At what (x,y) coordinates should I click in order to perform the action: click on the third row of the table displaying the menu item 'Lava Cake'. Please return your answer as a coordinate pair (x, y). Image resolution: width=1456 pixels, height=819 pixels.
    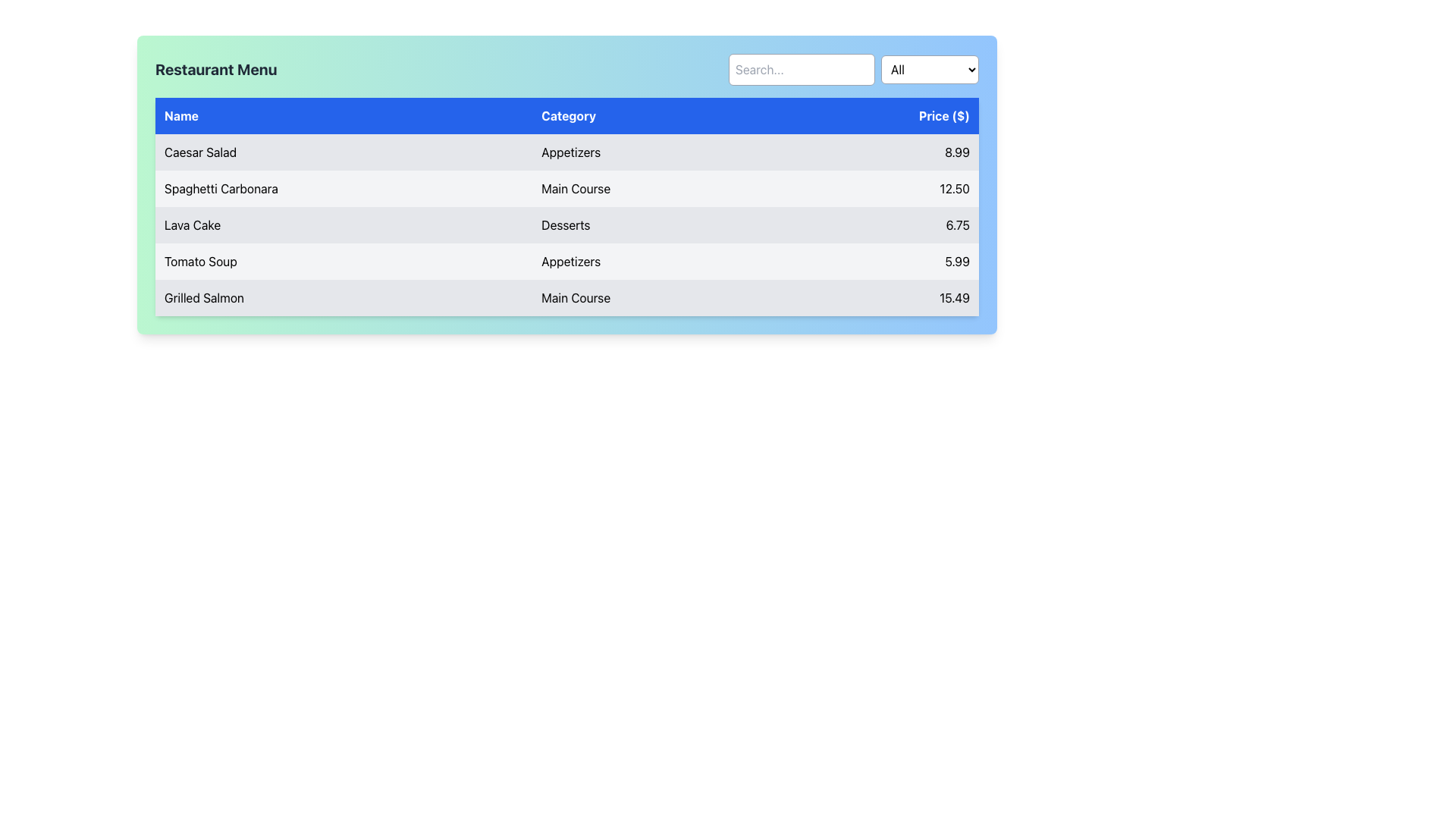
    Looking at the image, I should click on (566, 225).